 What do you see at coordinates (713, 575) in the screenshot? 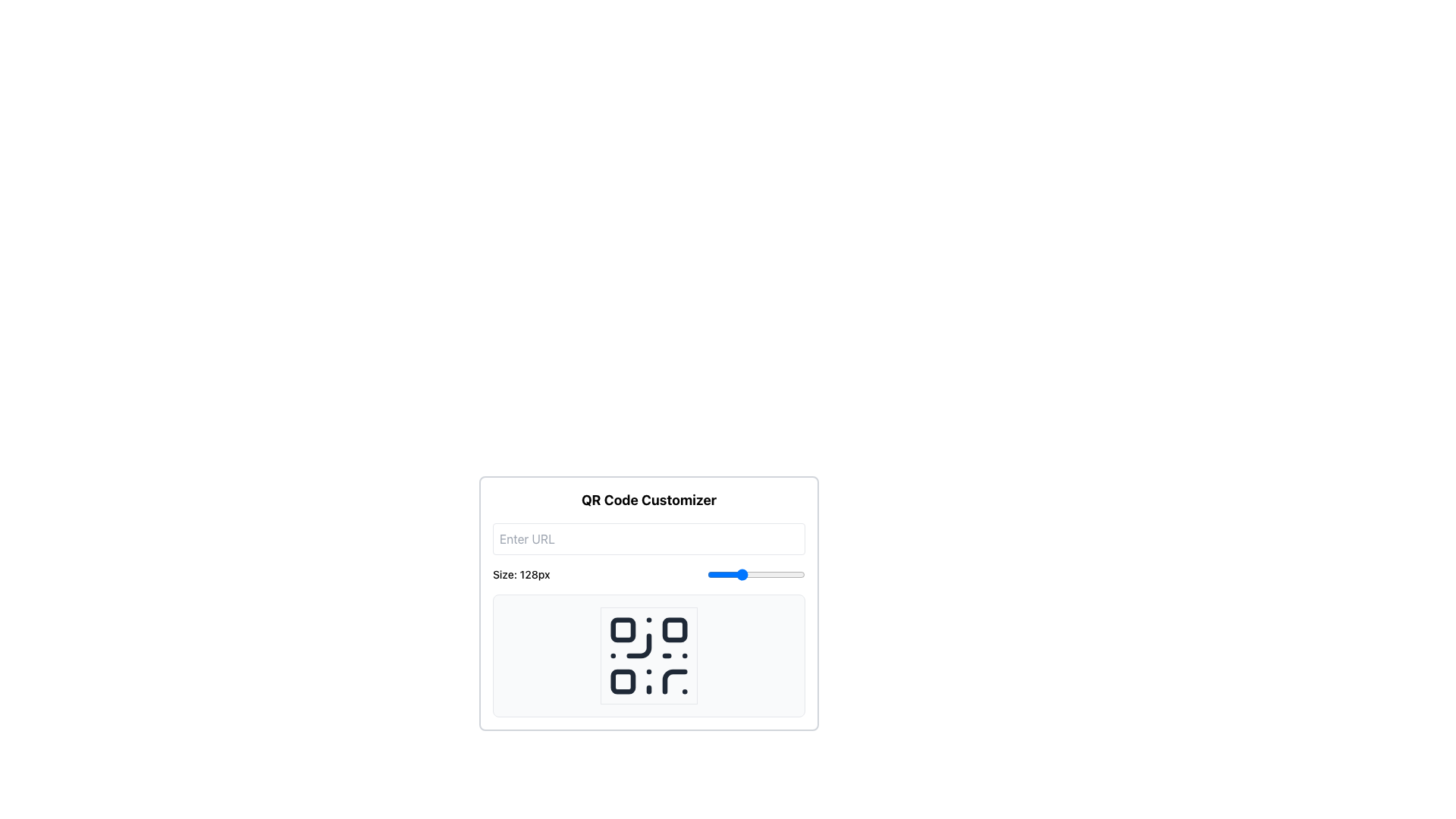
I see `the size` at bounding box center [713, 575].